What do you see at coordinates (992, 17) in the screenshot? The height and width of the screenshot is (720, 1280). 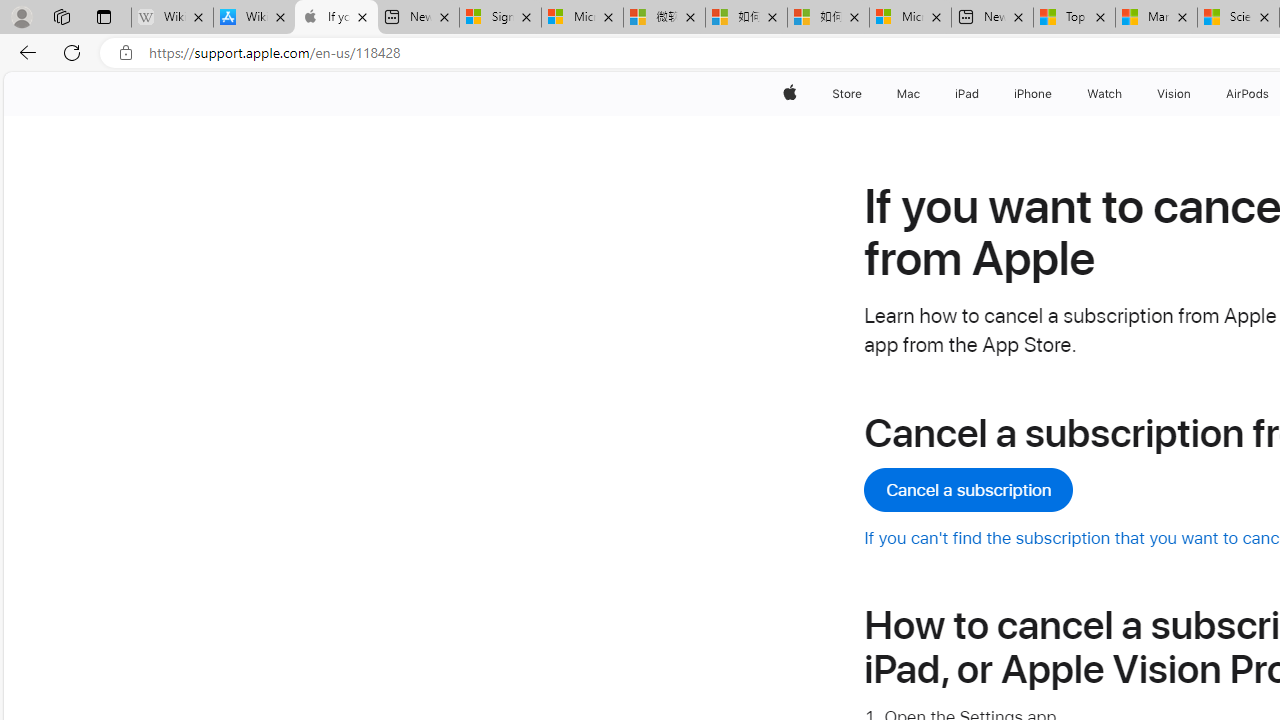 I see `'New tab'` at bounding box center [992, 17].